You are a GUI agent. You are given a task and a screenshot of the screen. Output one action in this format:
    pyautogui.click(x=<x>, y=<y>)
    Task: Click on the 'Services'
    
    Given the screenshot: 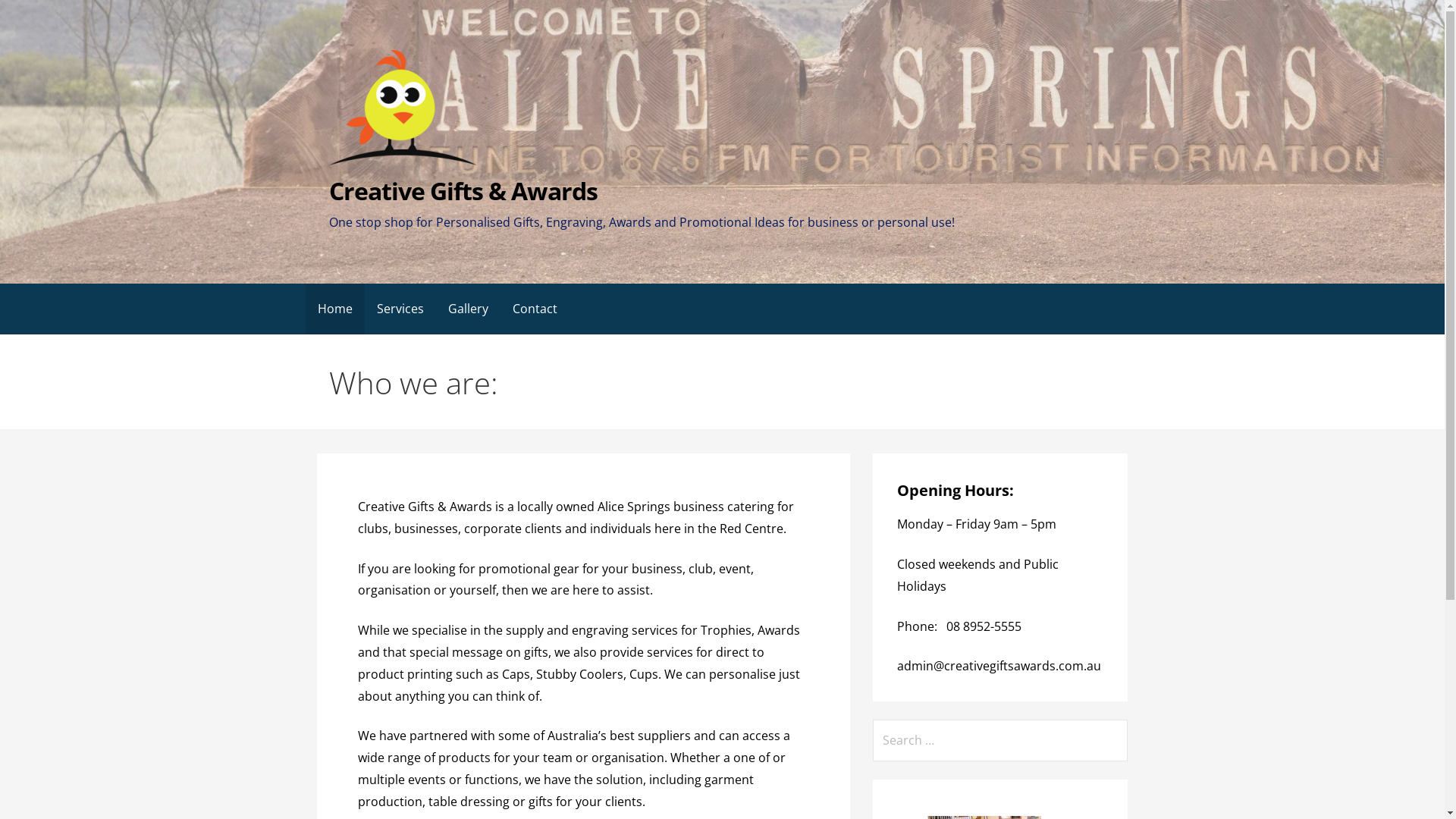 What is the action you would take?
    pyautogui.click(x=400, y=308)
    